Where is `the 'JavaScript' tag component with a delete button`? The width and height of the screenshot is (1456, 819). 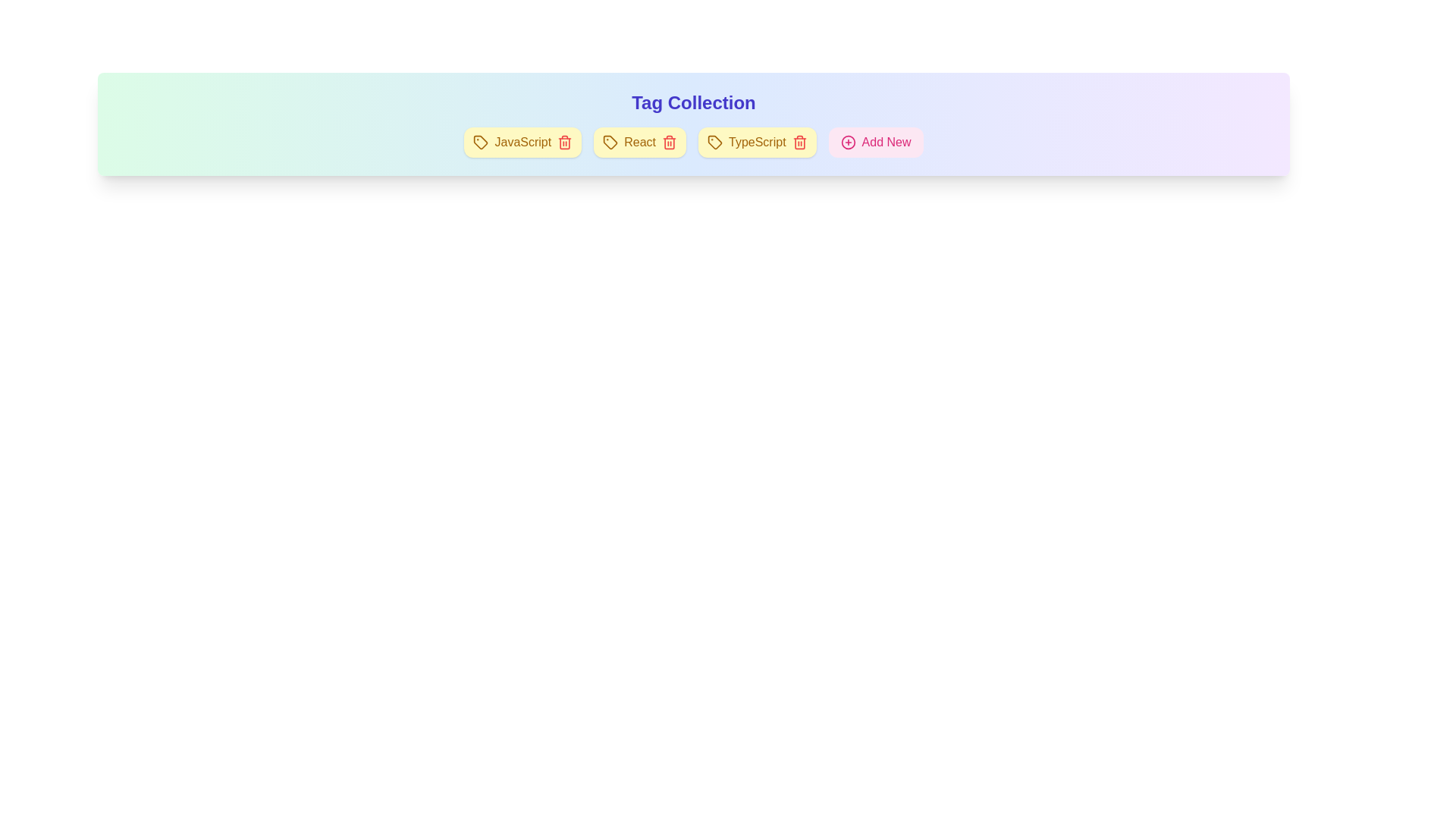
the 'JavaScript' tag component with a delete button is located at coordinates (522, 143).